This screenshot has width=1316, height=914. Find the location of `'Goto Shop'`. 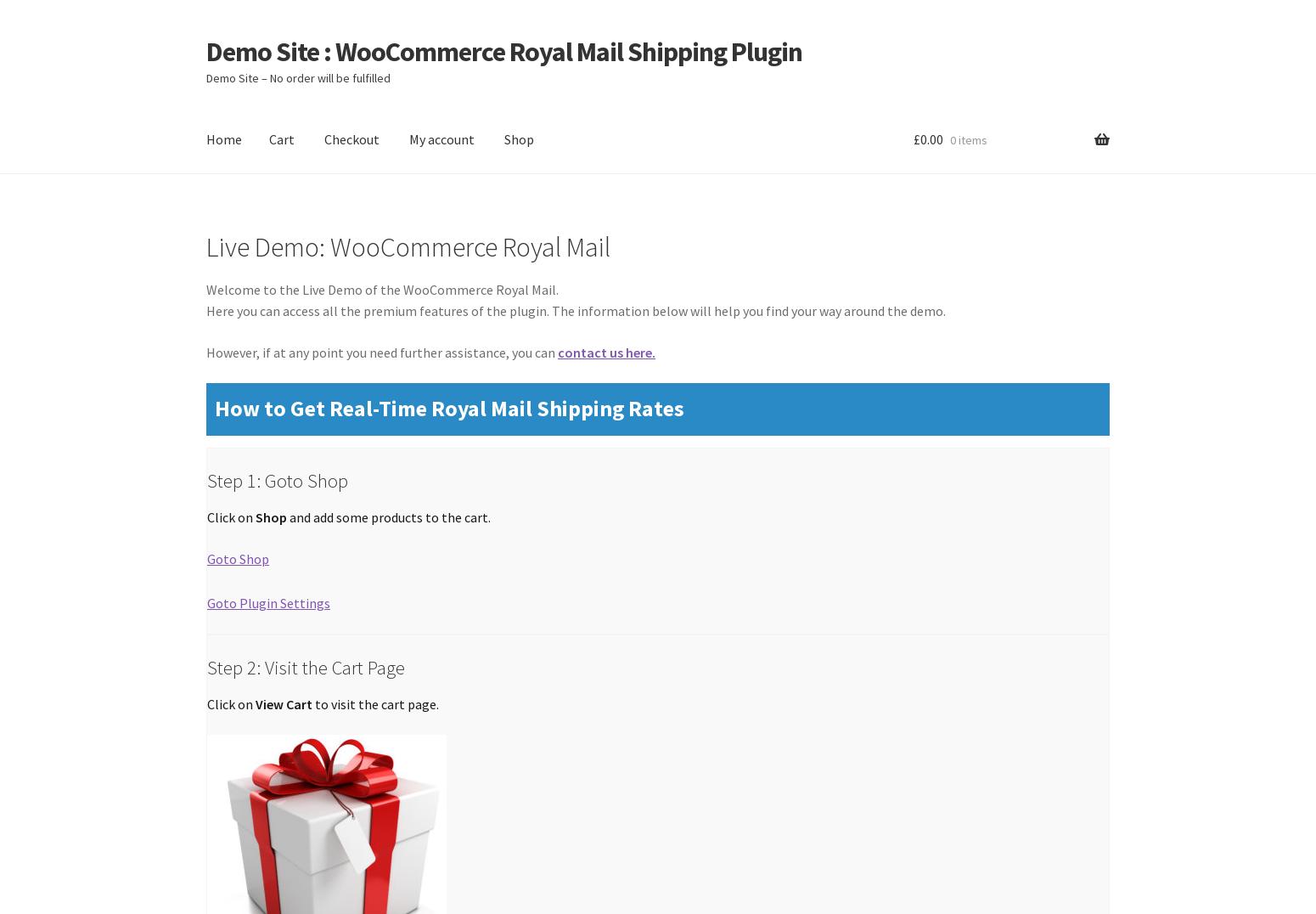

'Goto Shop' is located at coordinates (238, 557).